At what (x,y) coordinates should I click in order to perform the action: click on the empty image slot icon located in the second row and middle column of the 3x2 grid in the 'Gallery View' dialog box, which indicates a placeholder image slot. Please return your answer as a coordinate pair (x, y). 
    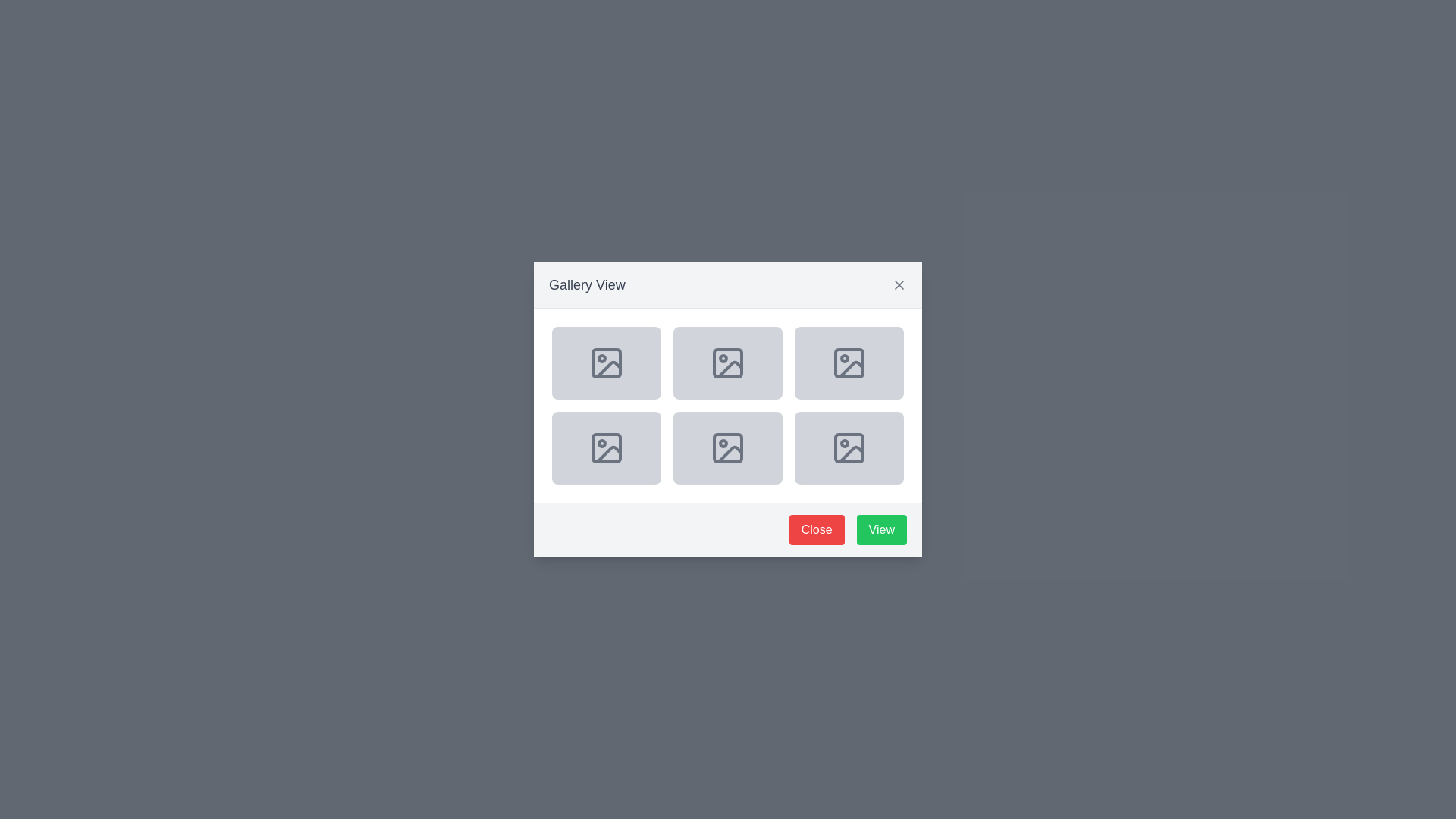
    Looking at the image, I should click on (728, 447).